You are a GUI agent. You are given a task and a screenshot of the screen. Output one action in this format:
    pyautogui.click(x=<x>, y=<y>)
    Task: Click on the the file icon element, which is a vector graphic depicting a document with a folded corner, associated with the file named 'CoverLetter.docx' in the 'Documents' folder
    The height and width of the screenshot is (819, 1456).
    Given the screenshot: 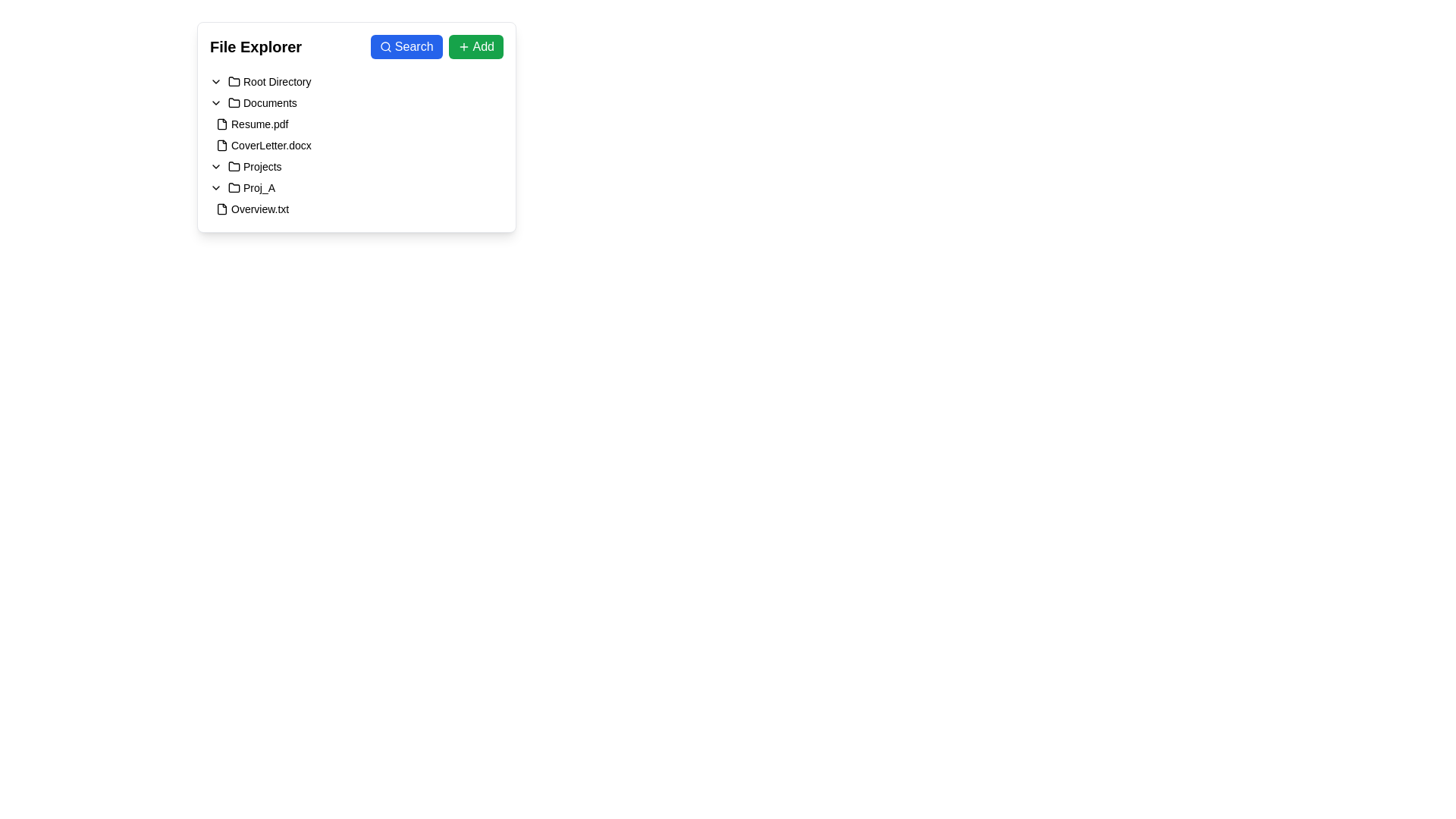 What is the action you would take?
    pyautogui.click(x=221, y=146)
    